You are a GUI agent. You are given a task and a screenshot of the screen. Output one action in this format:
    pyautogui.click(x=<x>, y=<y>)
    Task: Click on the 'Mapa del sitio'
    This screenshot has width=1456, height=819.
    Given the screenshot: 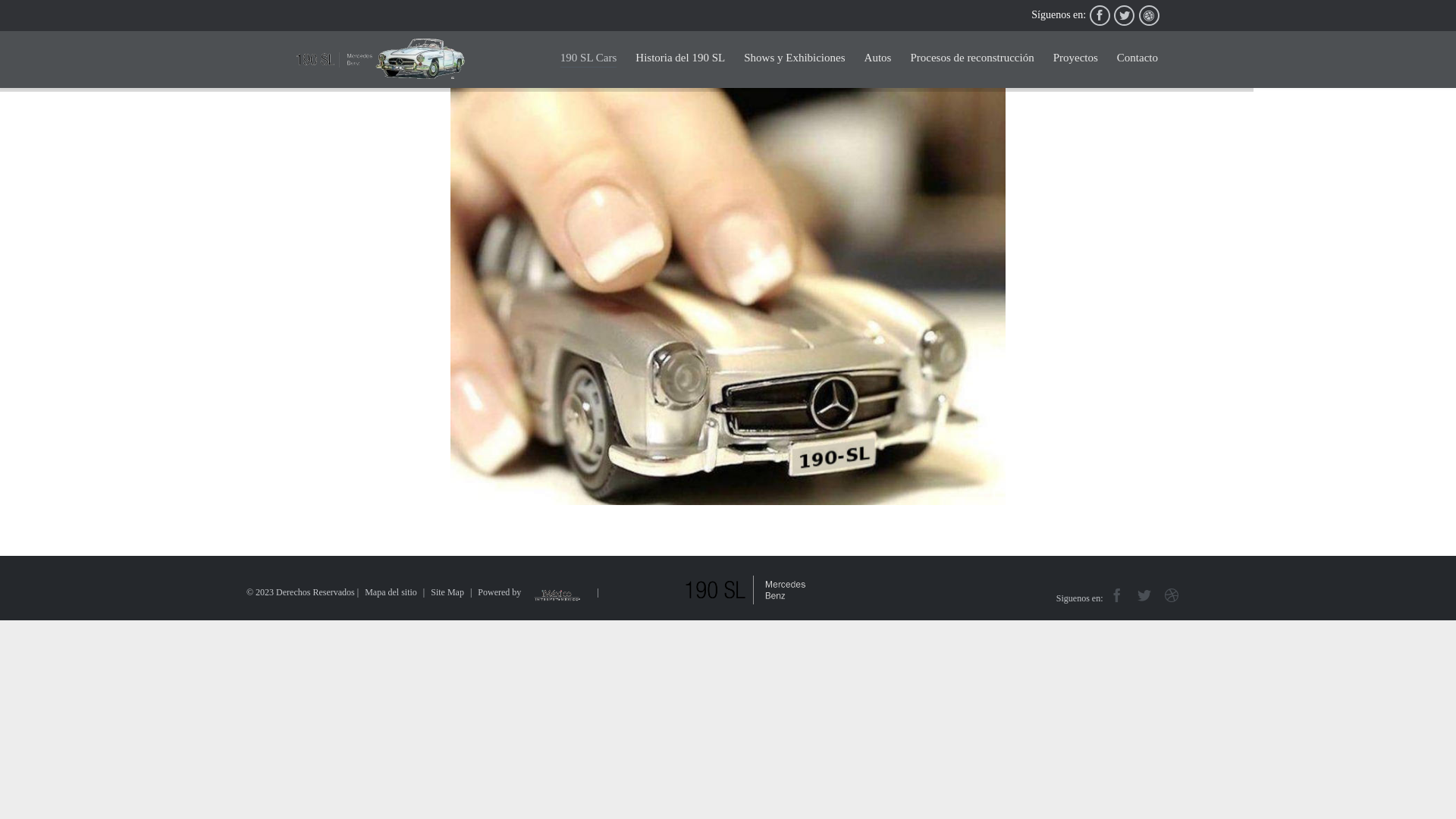 What is the action you would take?
    pyautogui.click(x=391, y=591)
    